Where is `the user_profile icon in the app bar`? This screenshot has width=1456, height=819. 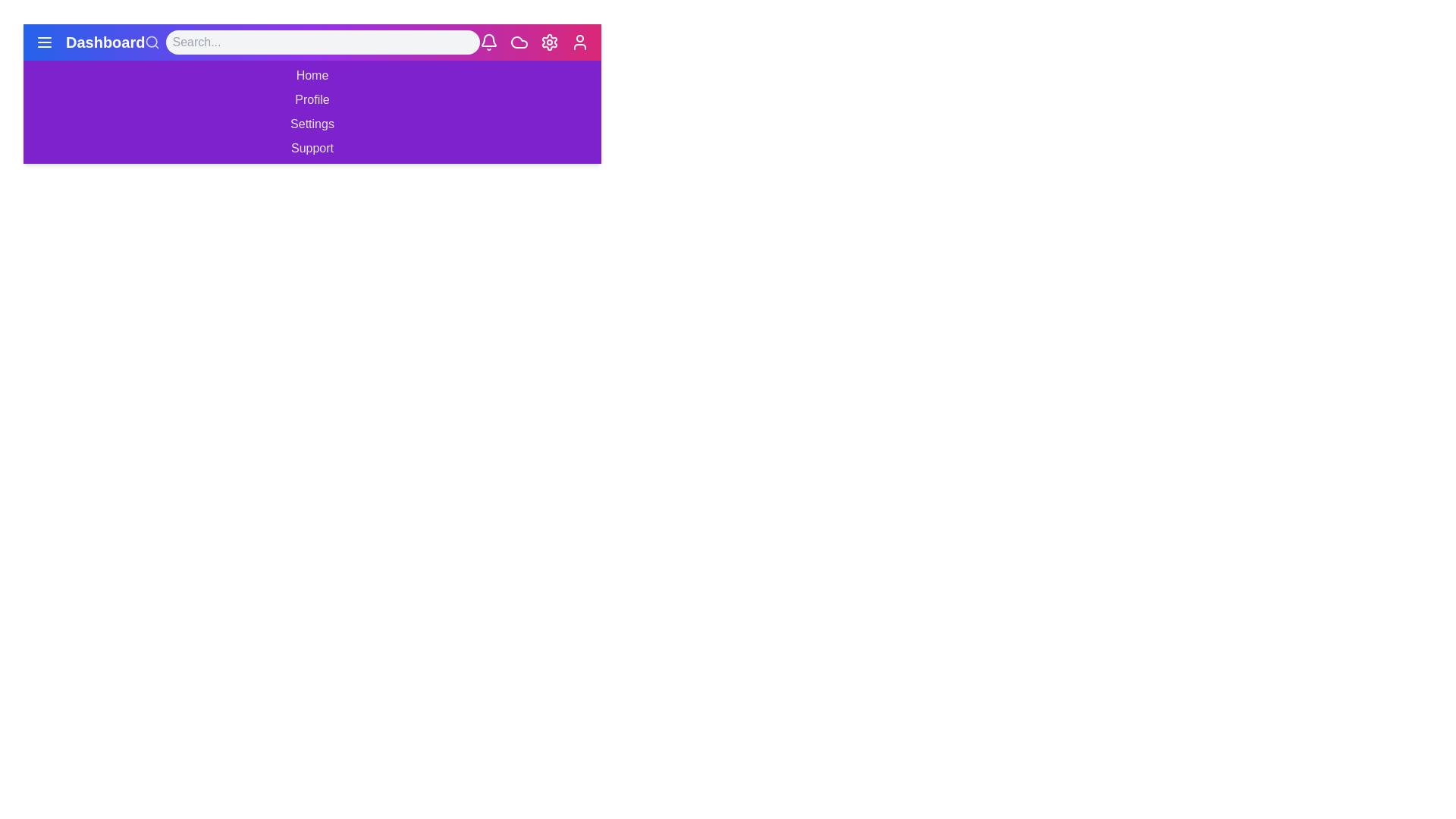
the user_profile icon in the app bar is located at coordinates (579, 42).